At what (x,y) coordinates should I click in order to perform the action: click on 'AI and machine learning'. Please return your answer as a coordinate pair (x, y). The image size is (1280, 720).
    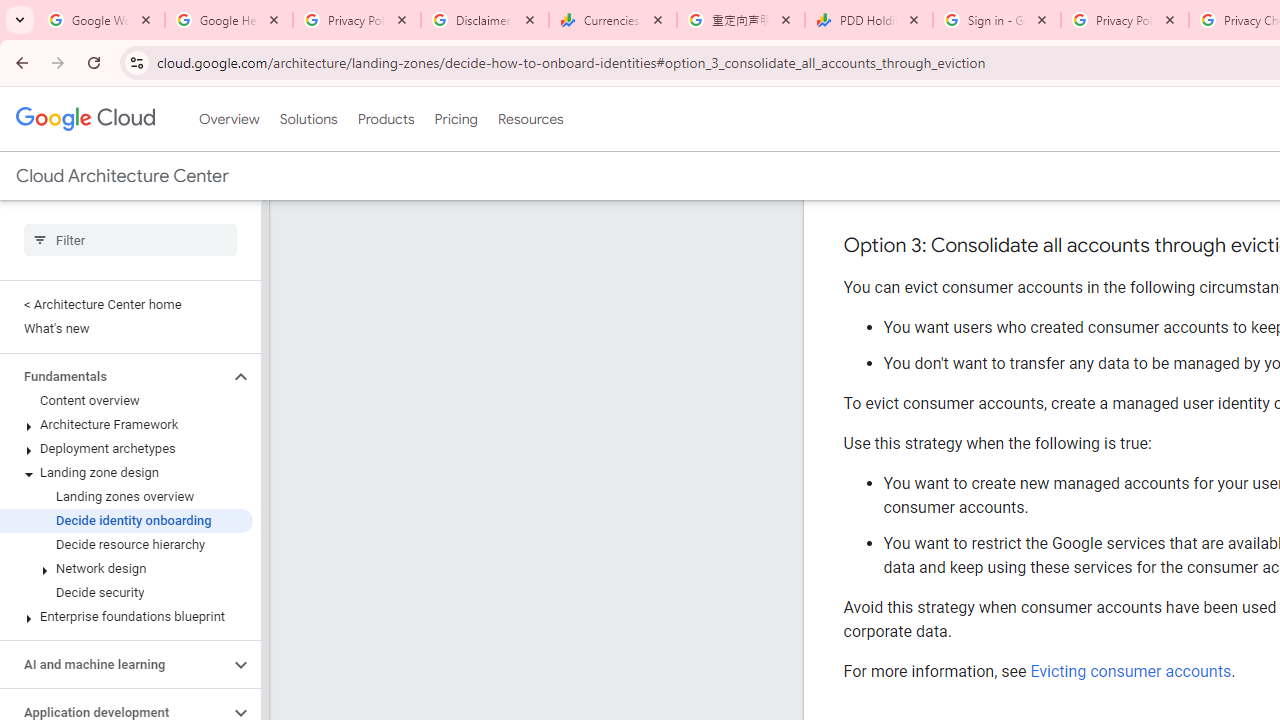
    Looking at the image, I should click on (113, 664).